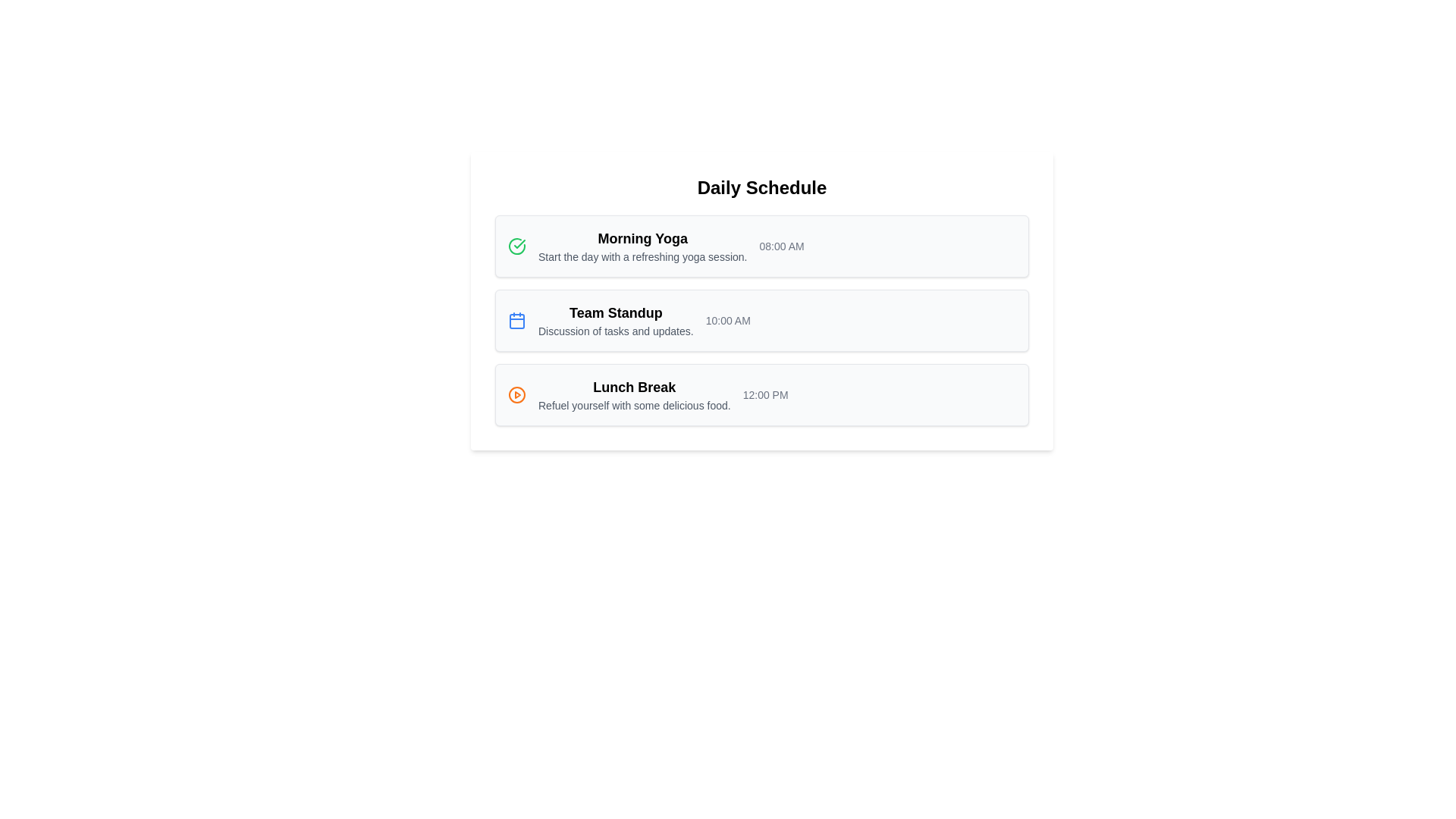 This screenshot has height=819, width=1456. I want to click on descriptive text 'Refuel yourself with some delicious food.' located below the heading 'Lunch Break.', so click(634, 405).